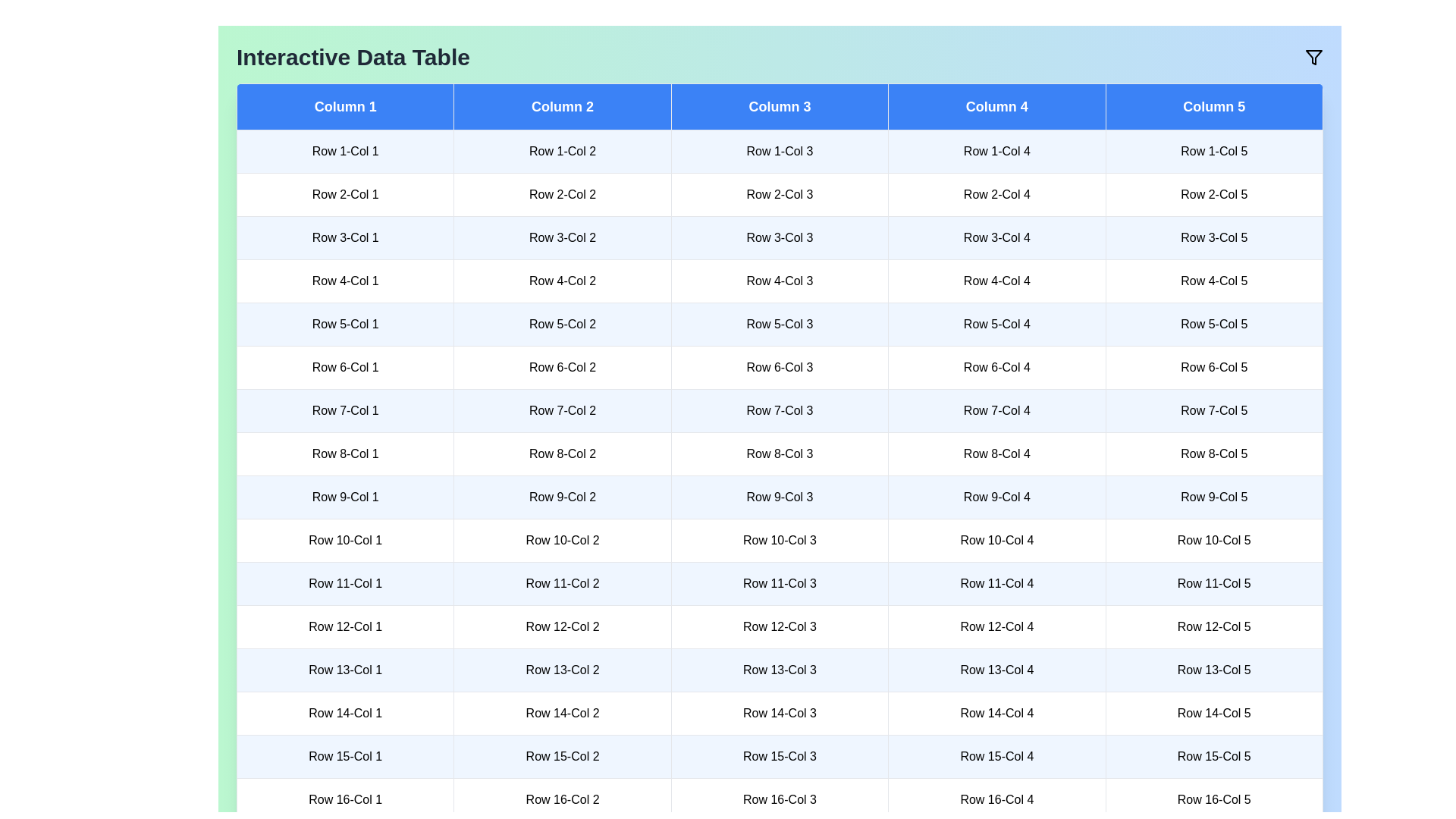  What do you see at coordinates (1313, 57) in the screenshot?
I see `the filter icon to open filtering options` at bounding box center [1313, 57].